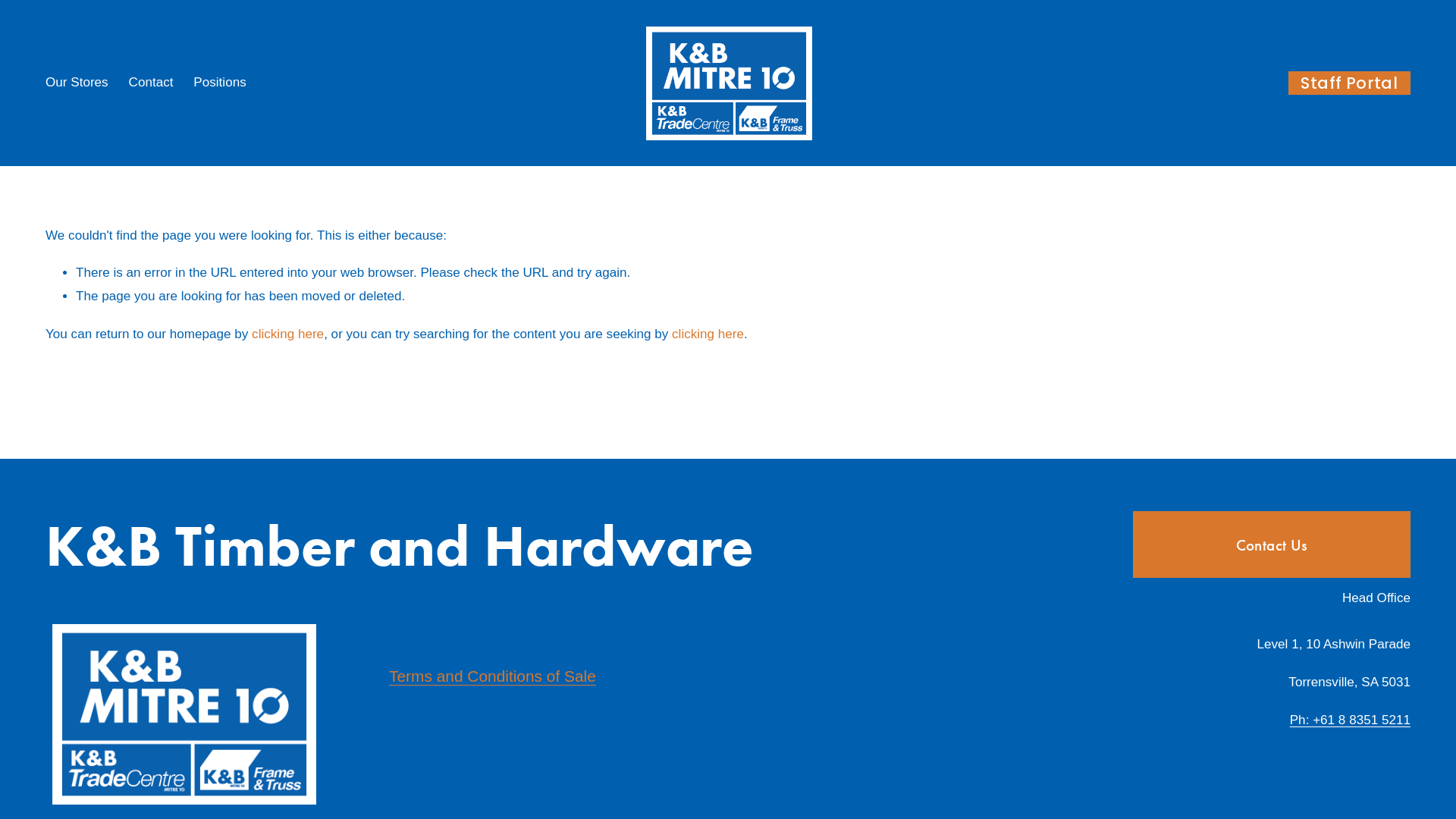 The height and width of the screenshot is (819, 1456). Describe the element at coordinates (492, 675) in the screenshot. I see `'Terms and Conditions of Sale'` at that location.